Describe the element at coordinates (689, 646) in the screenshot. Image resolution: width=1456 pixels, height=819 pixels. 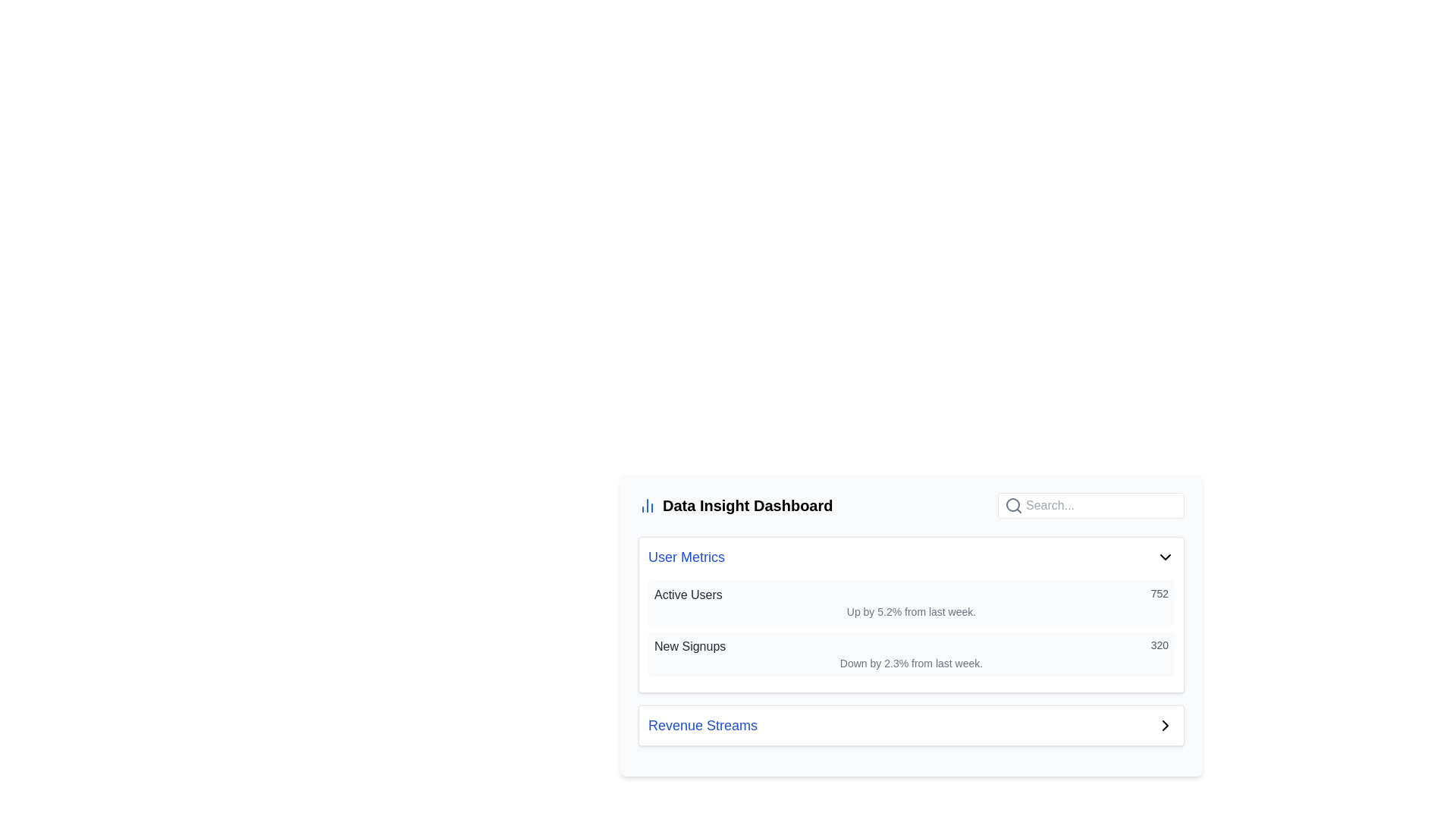
I see `the 'New Signups' text label located under the 'User Metrics' section` at that location.